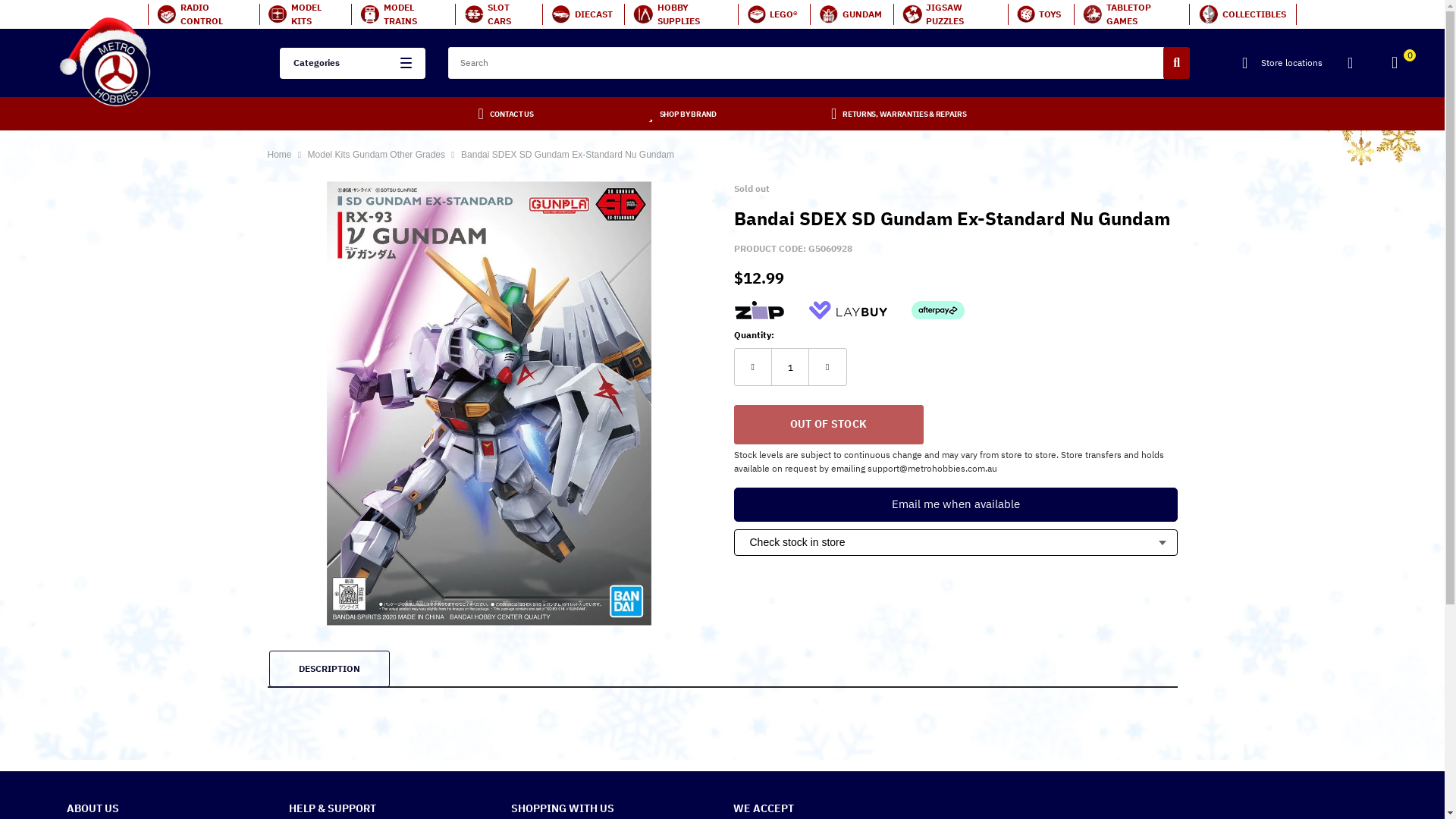 Image resolution: width=1456 pixels, height=819 pixels. I want to click on 'RETURNS, WARRANTIES & REPAIRS', so click(904, 112).